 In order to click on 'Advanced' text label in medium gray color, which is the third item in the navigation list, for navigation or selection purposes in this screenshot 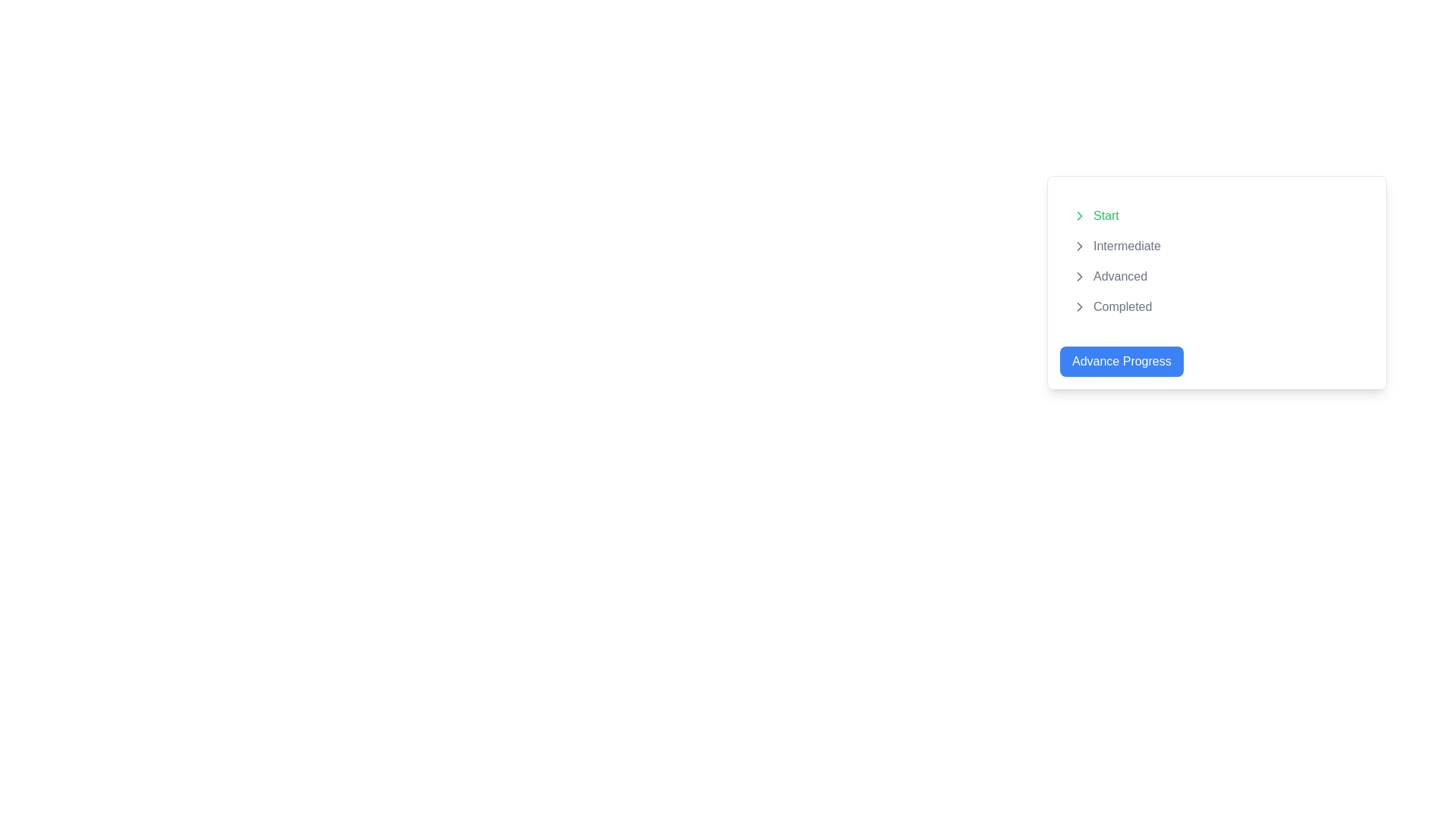, I will do `click(1120, 277)`.